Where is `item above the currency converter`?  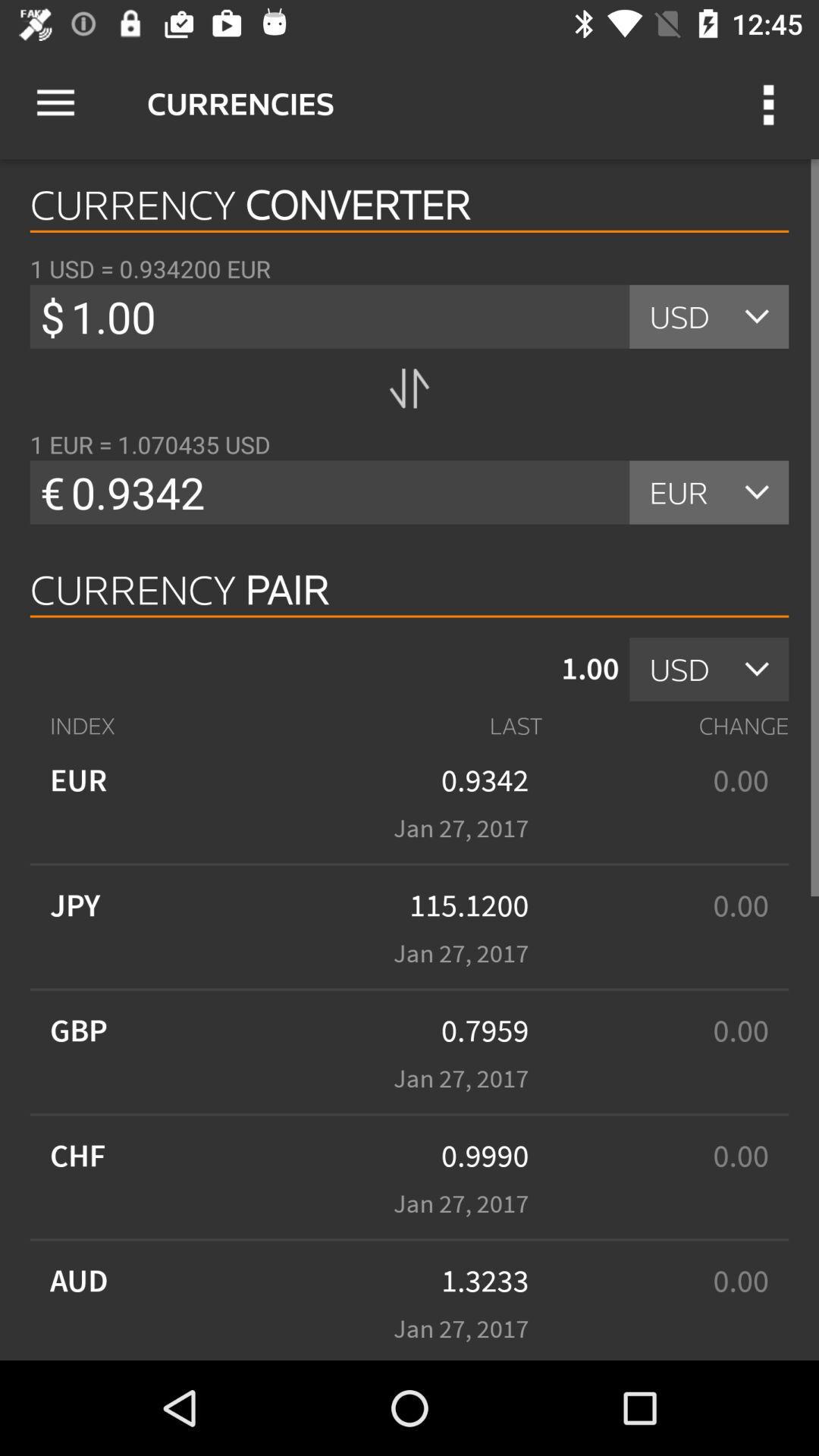 item above the currency converter is located at coordinates (771, 102).